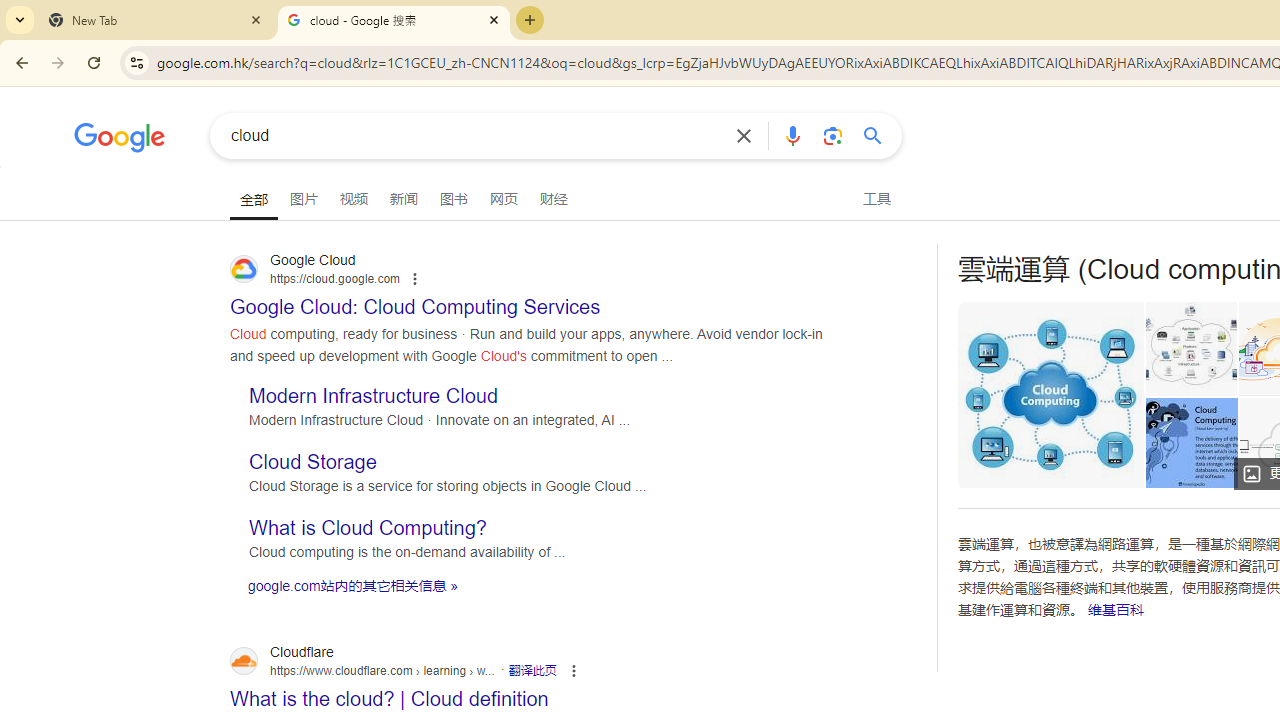  What do you see at coordinates (368, 527) in the screenshot?
I see `'What is Cloud Computing?'` at bounding box center [368, 527].